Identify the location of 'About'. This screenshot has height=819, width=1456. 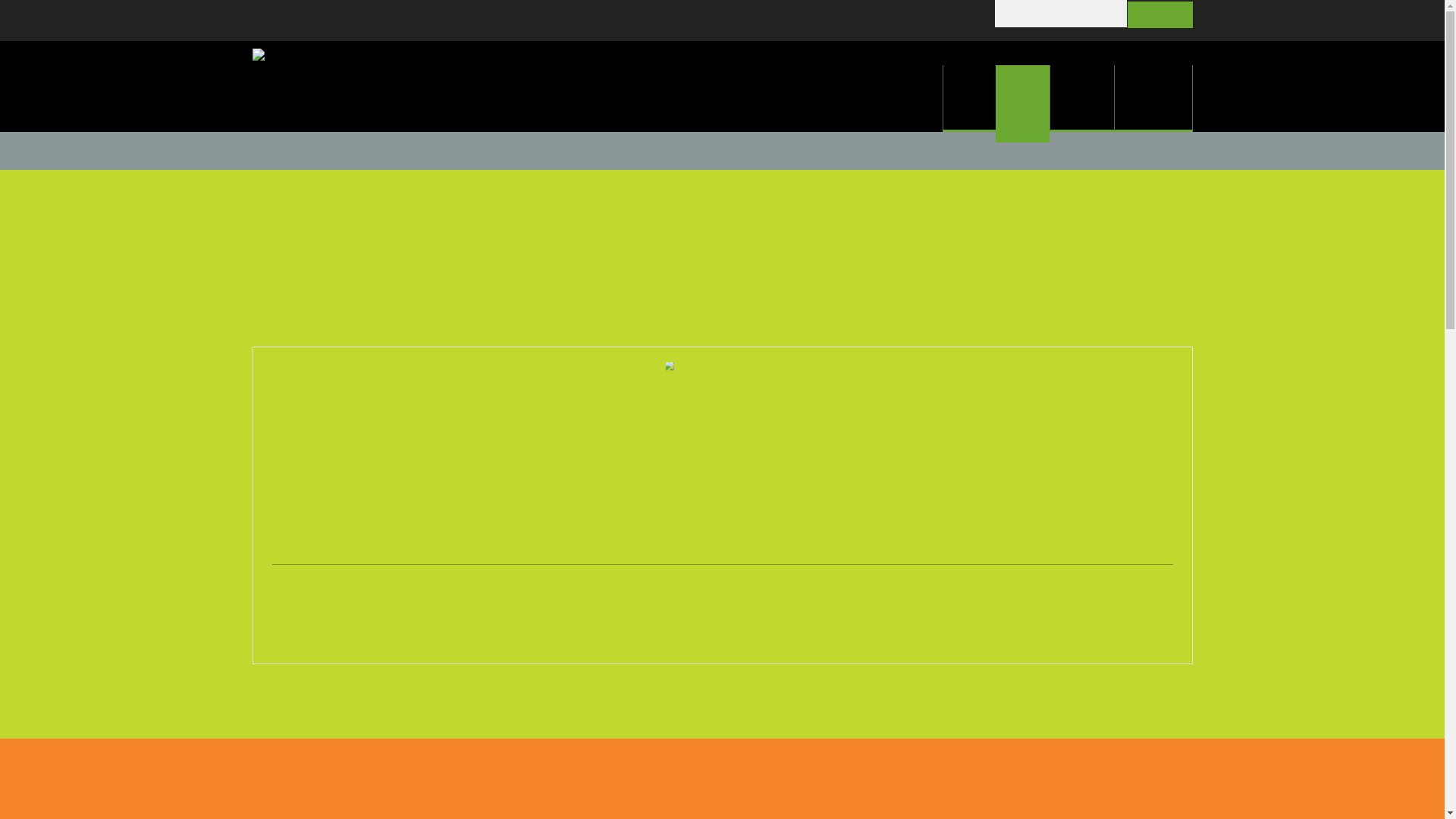
(1022, 103).